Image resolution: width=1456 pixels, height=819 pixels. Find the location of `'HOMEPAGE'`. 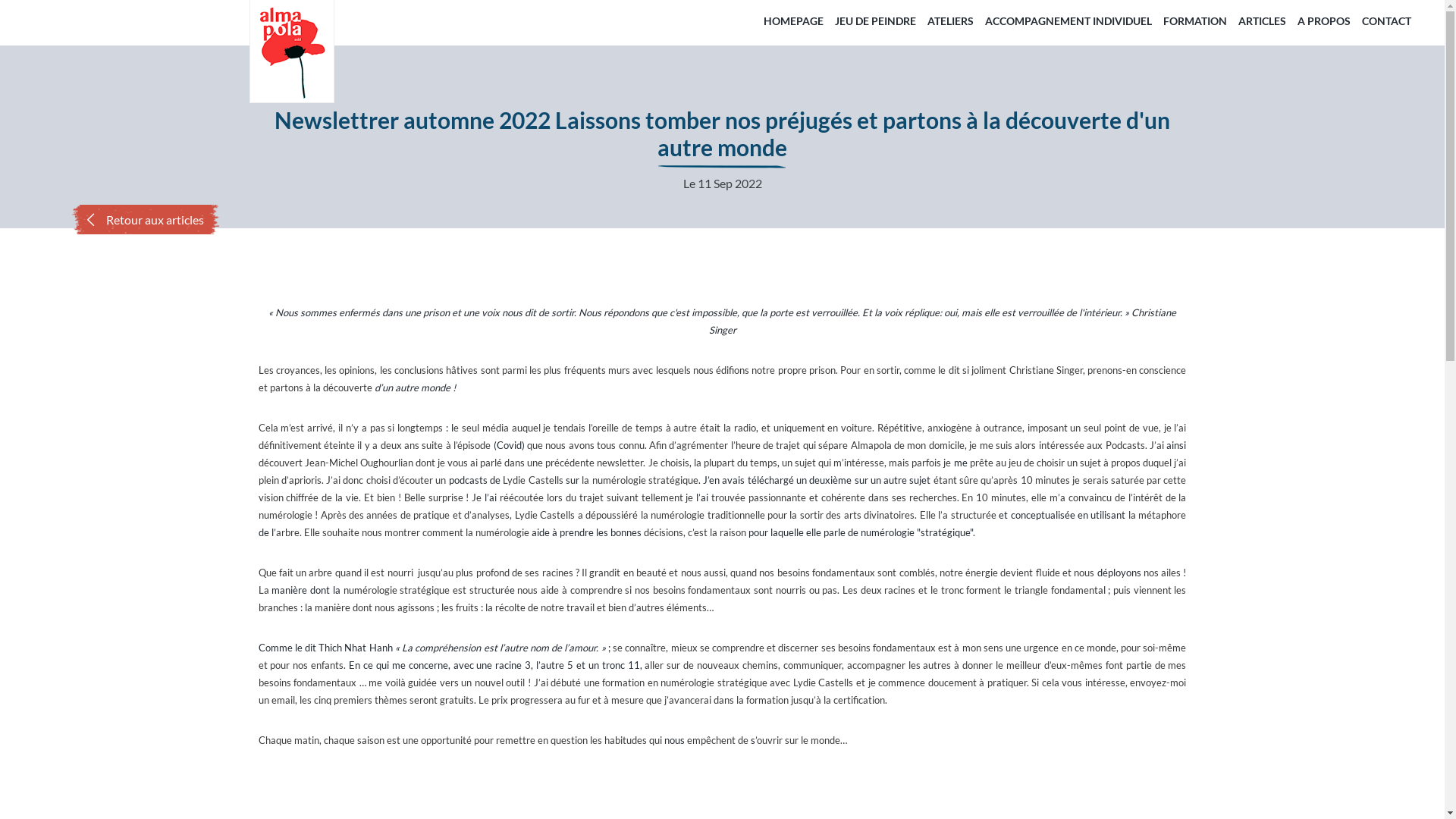

'HOMEPAGE' is located at coordinates (759, 20).